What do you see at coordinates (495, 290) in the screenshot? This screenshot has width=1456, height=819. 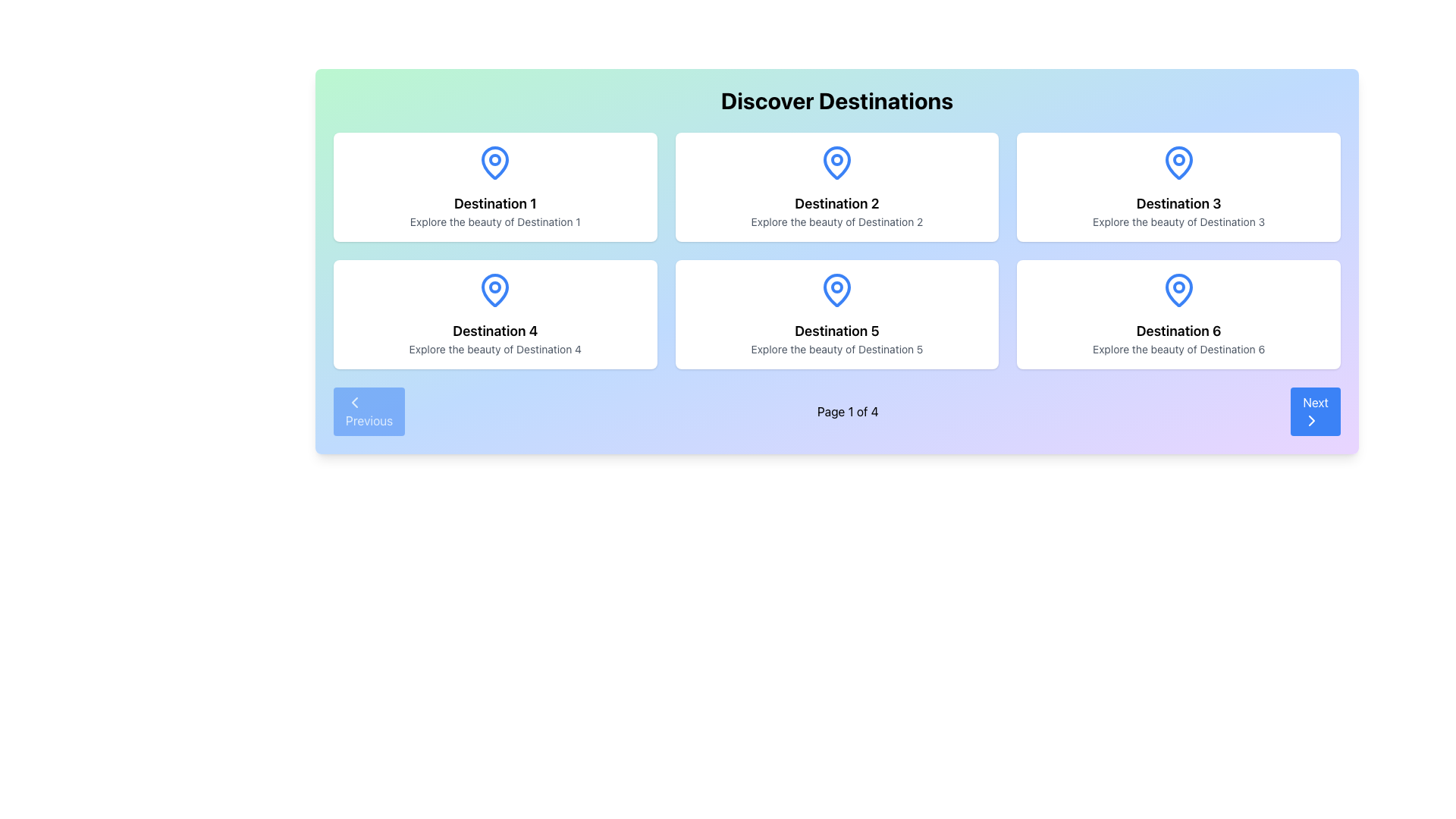 I see `the blue map pin icon located within the white rectangular card labeled 'Destination 4'` at bounding box center [495, 290].